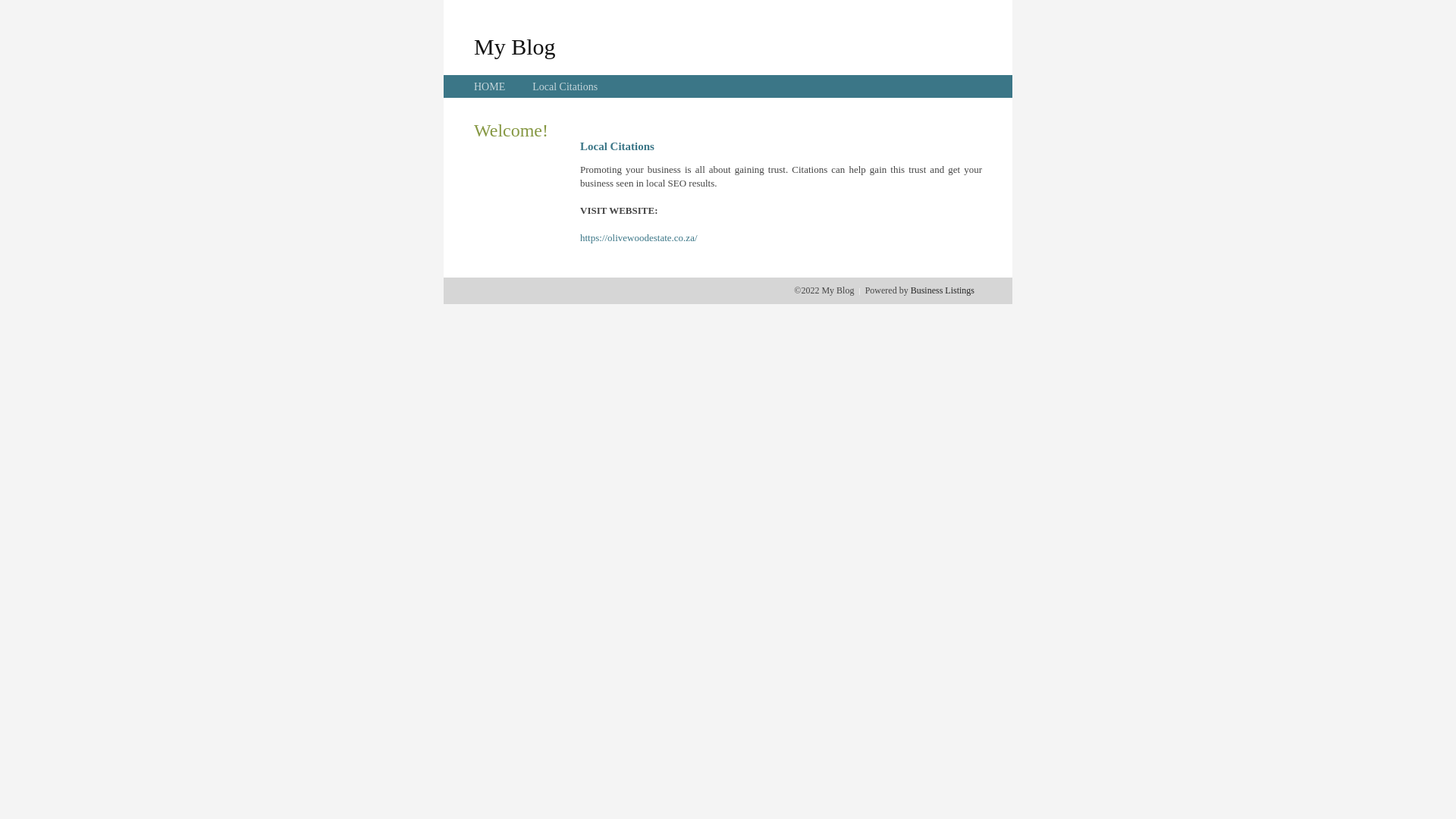 Image resolution: width=1456 pixels, height=819 pixels. Describe the element at coordinates (489, 86) in the screenshot. I see `'HOME'` at that location.